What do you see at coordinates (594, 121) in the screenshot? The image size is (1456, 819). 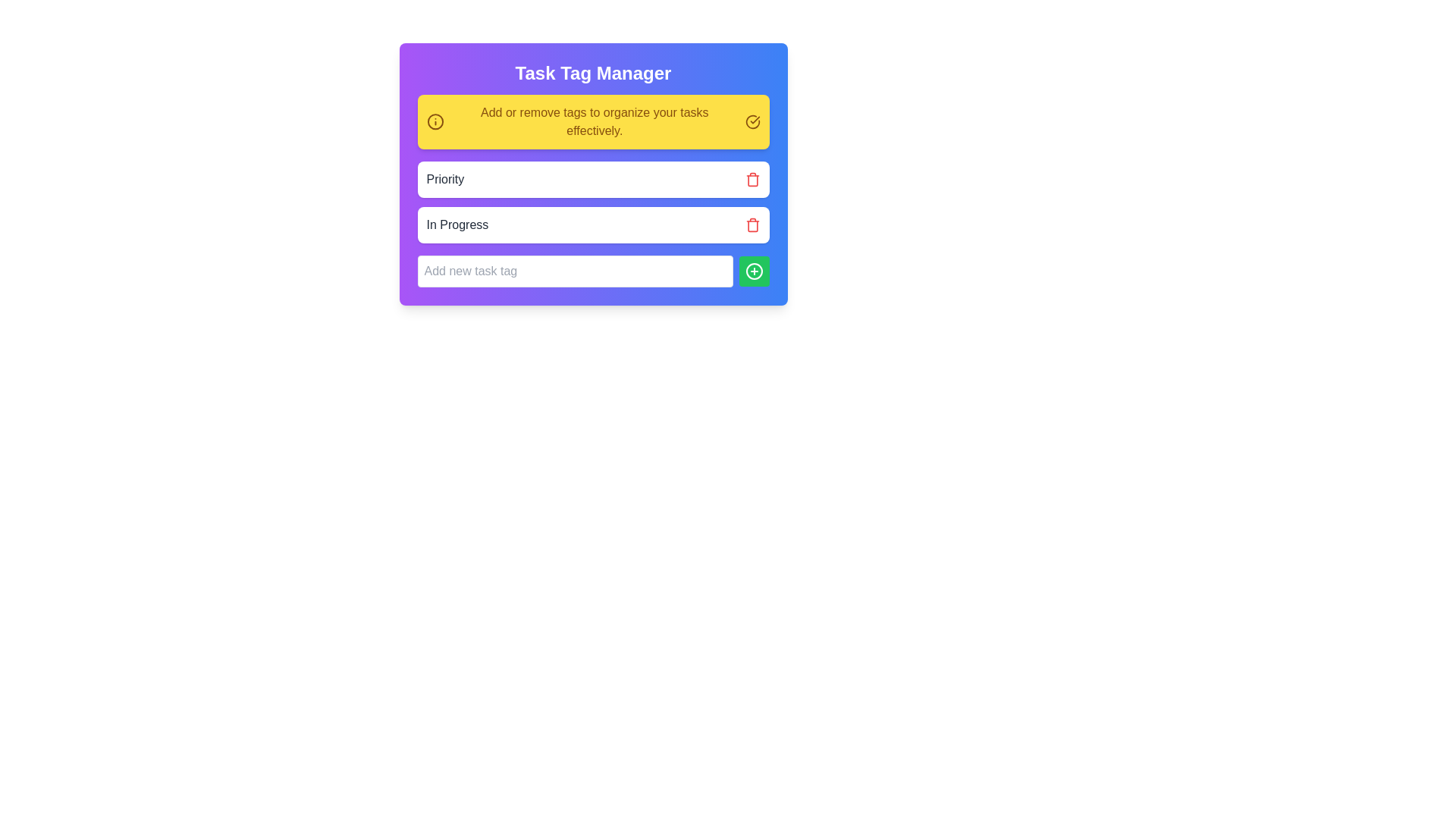 I see `the static text element that provides guidance on managing tags for tasks, located in the 'Task Tag Manager' panel` at bounding box center [594, 121].